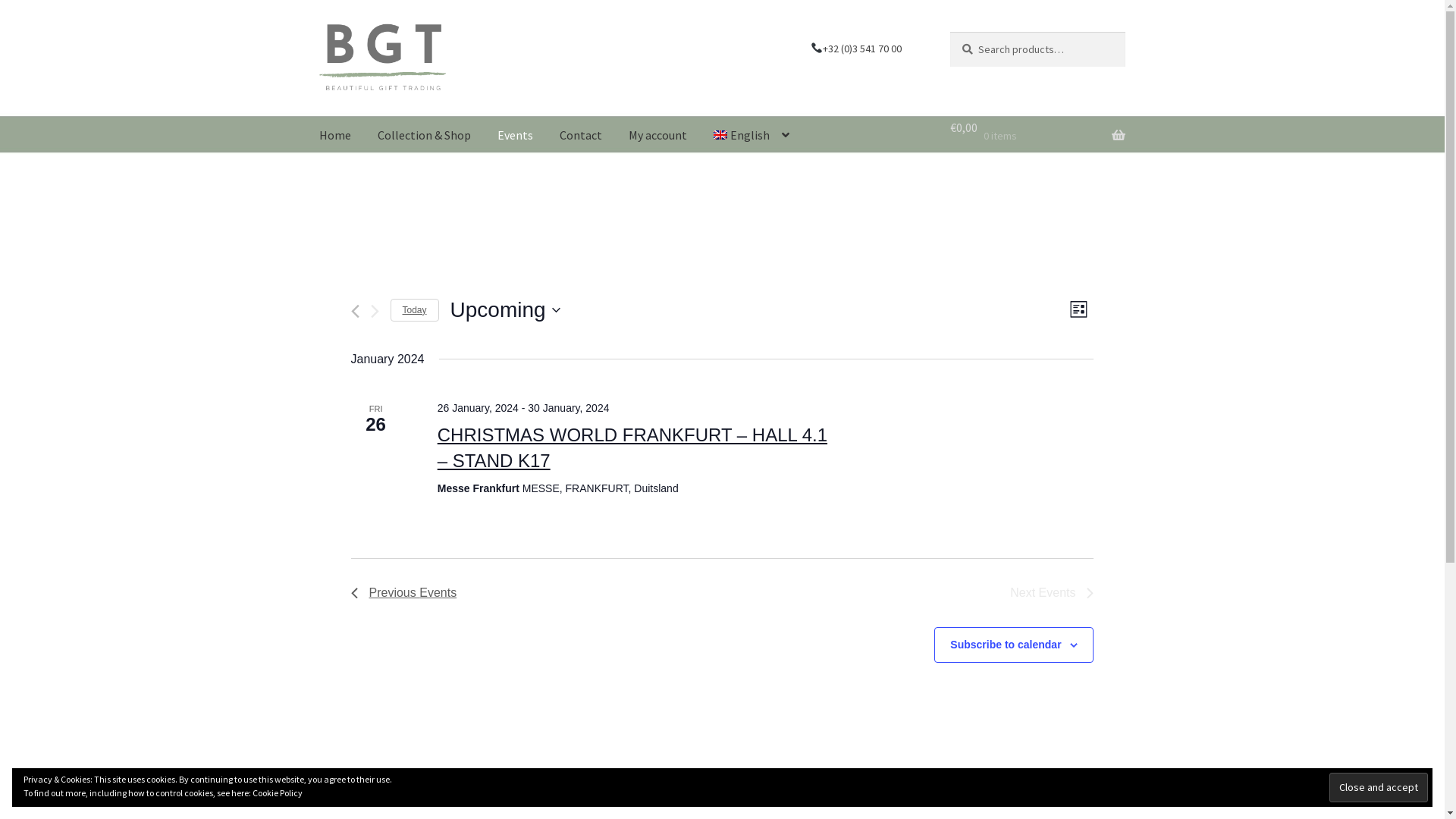 This screenshot has height=819, width=1456. Describe the element at coordinates (1051, 592) in the screenshot. I see `'Next Events'` at that location.